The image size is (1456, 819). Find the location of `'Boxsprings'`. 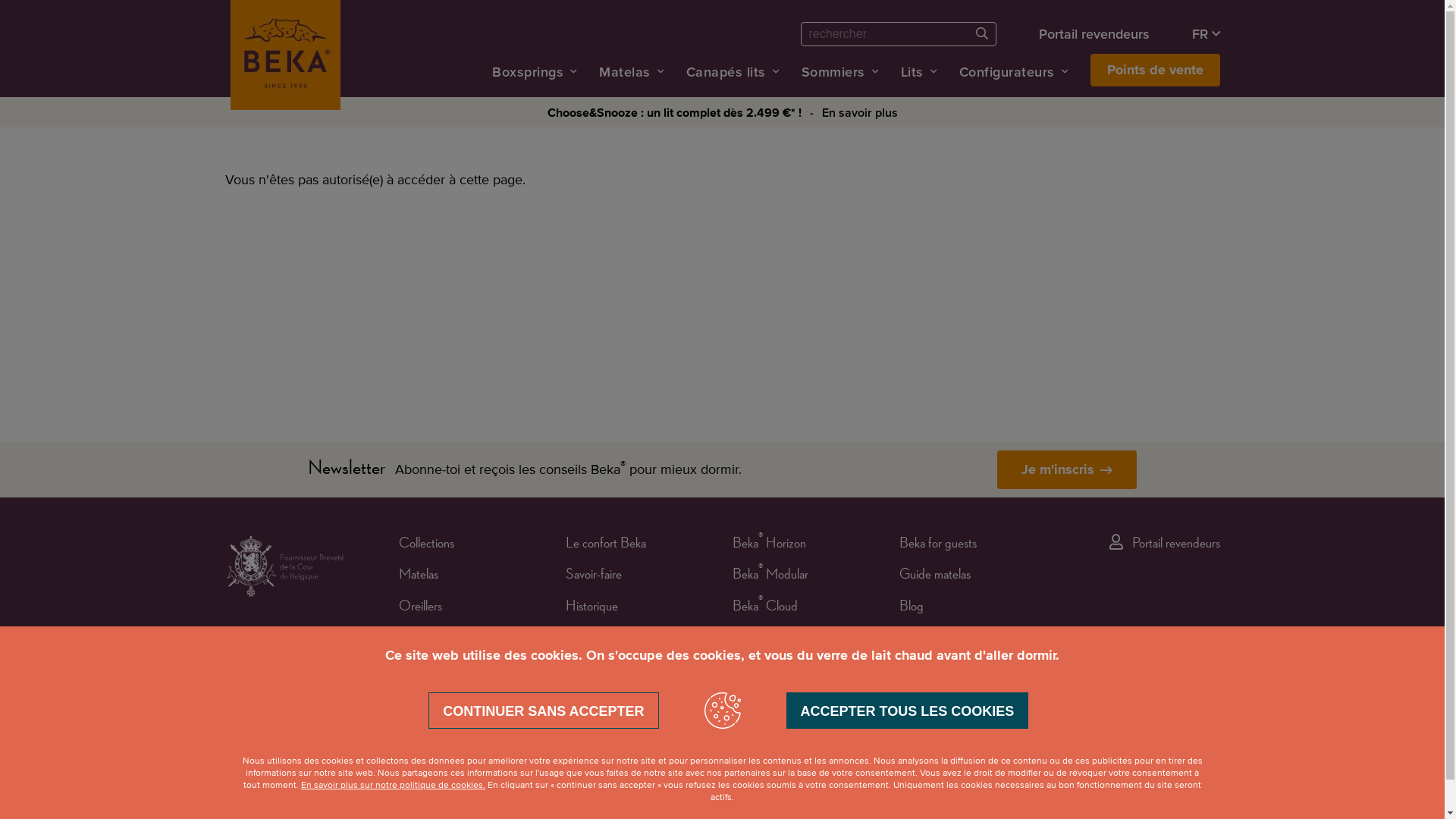

'Boxsprings' is located at coordinates (528, 71).